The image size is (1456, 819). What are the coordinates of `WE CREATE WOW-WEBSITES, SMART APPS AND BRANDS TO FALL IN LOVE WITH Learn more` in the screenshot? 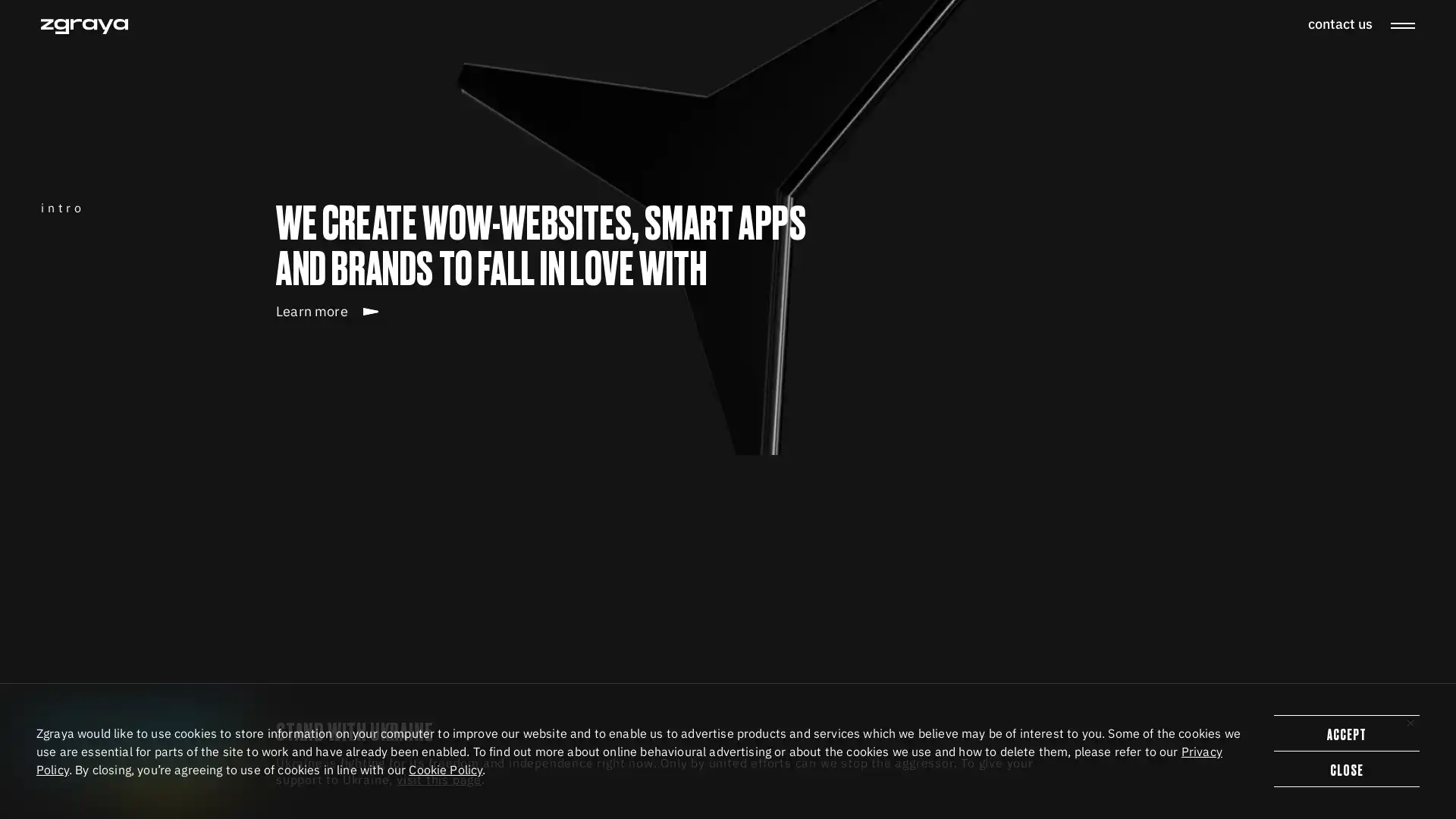 It's located at (550, 441).